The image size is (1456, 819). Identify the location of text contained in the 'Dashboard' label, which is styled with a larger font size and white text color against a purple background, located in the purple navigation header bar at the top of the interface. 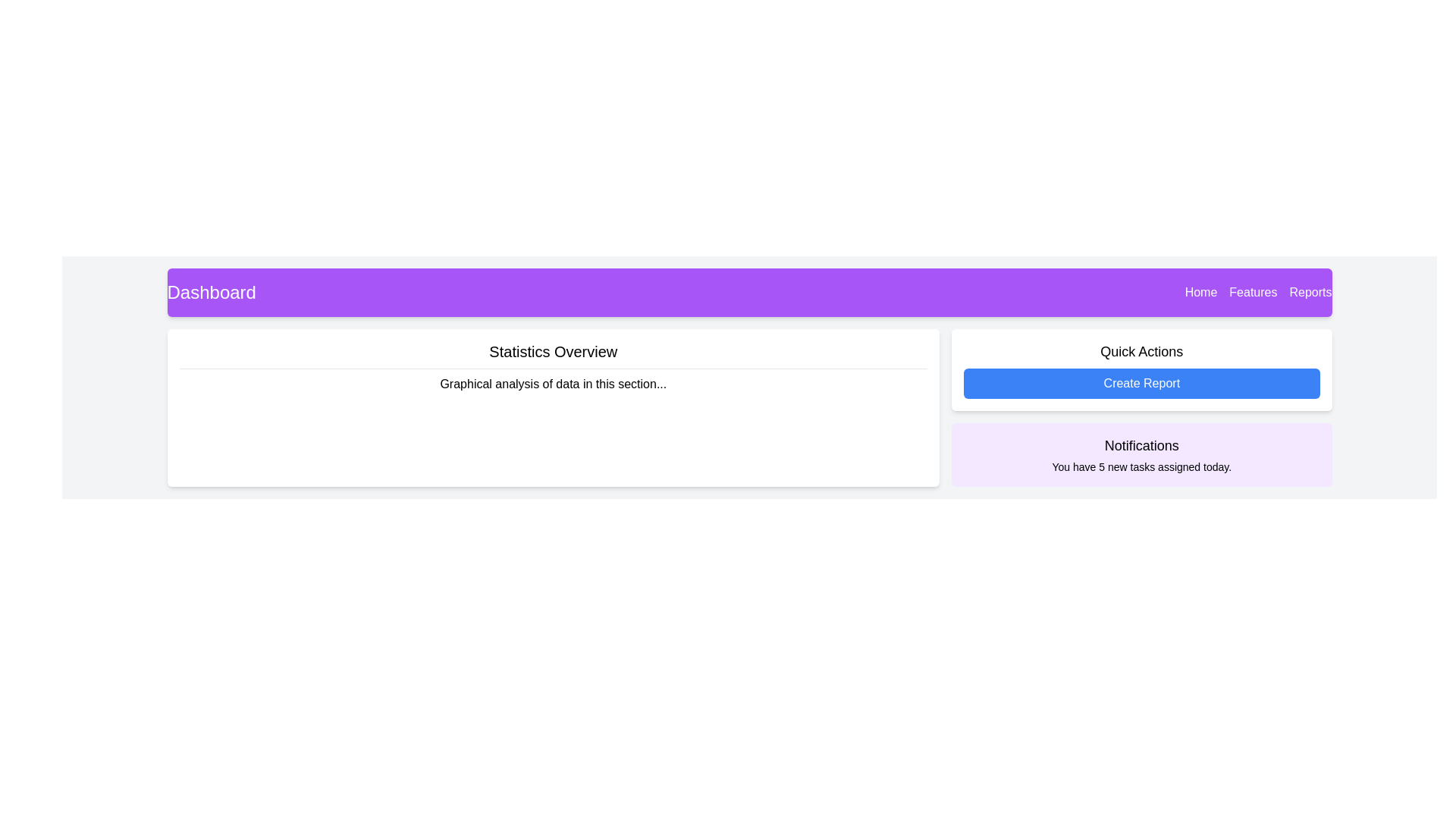
(211, 292).